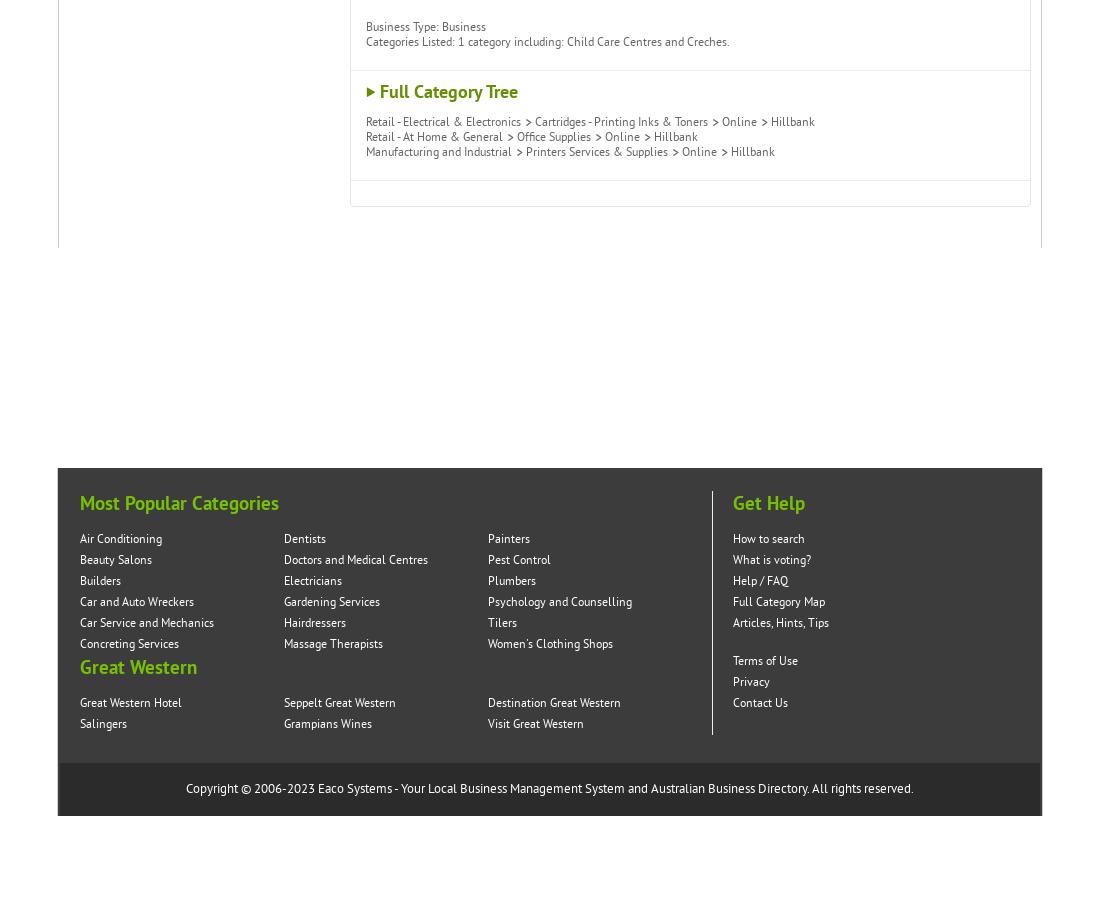  Describe the element at coordinates (332, 643) in the screenshot. I see `'Massage Therapists'` at that location.